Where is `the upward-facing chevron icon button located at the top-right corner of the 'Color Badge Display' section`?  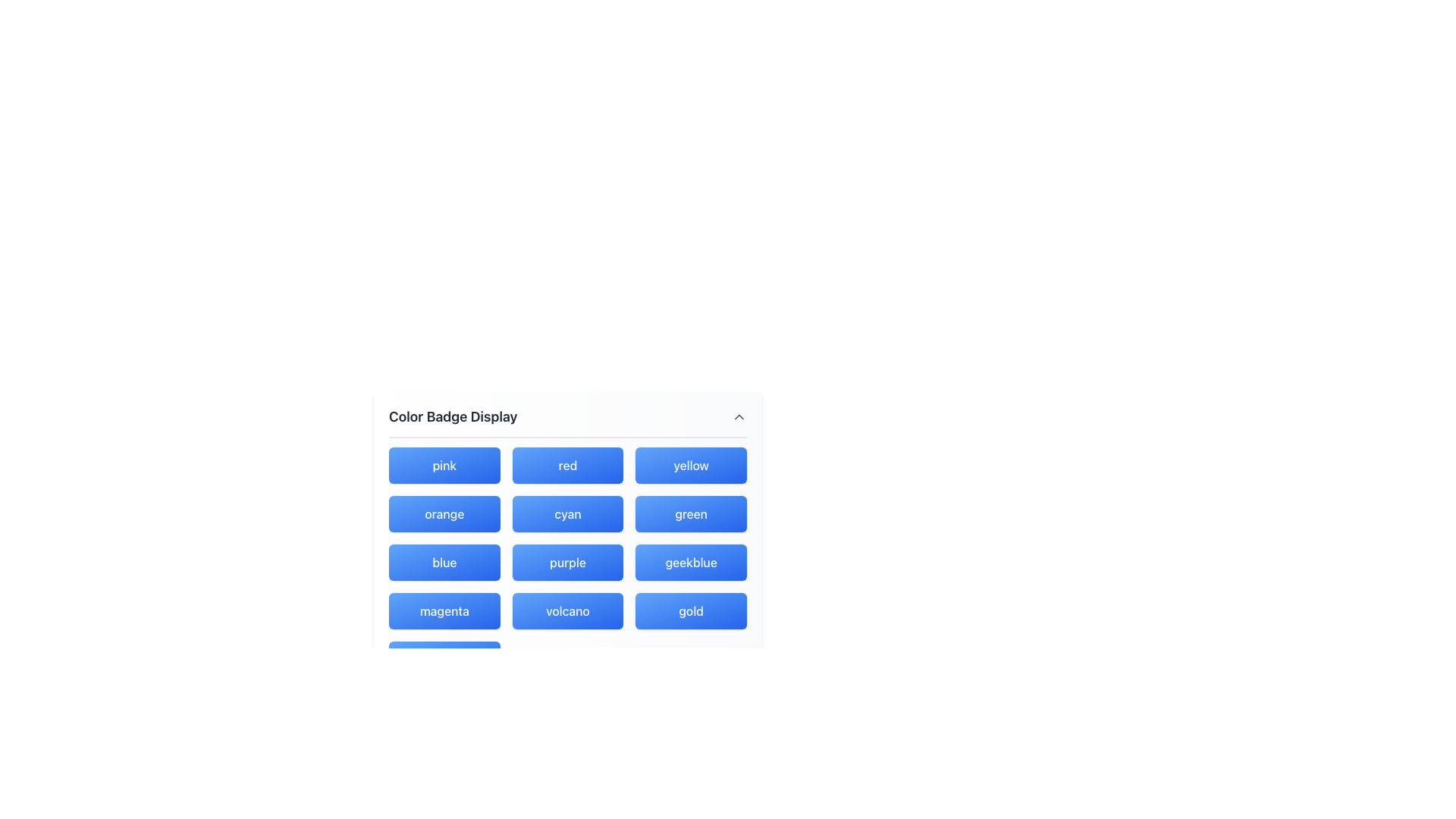
the upward-facing chevron icon button located at the top-right corner of the 'Color Badge Display' section is located at coordinates (739, 417).